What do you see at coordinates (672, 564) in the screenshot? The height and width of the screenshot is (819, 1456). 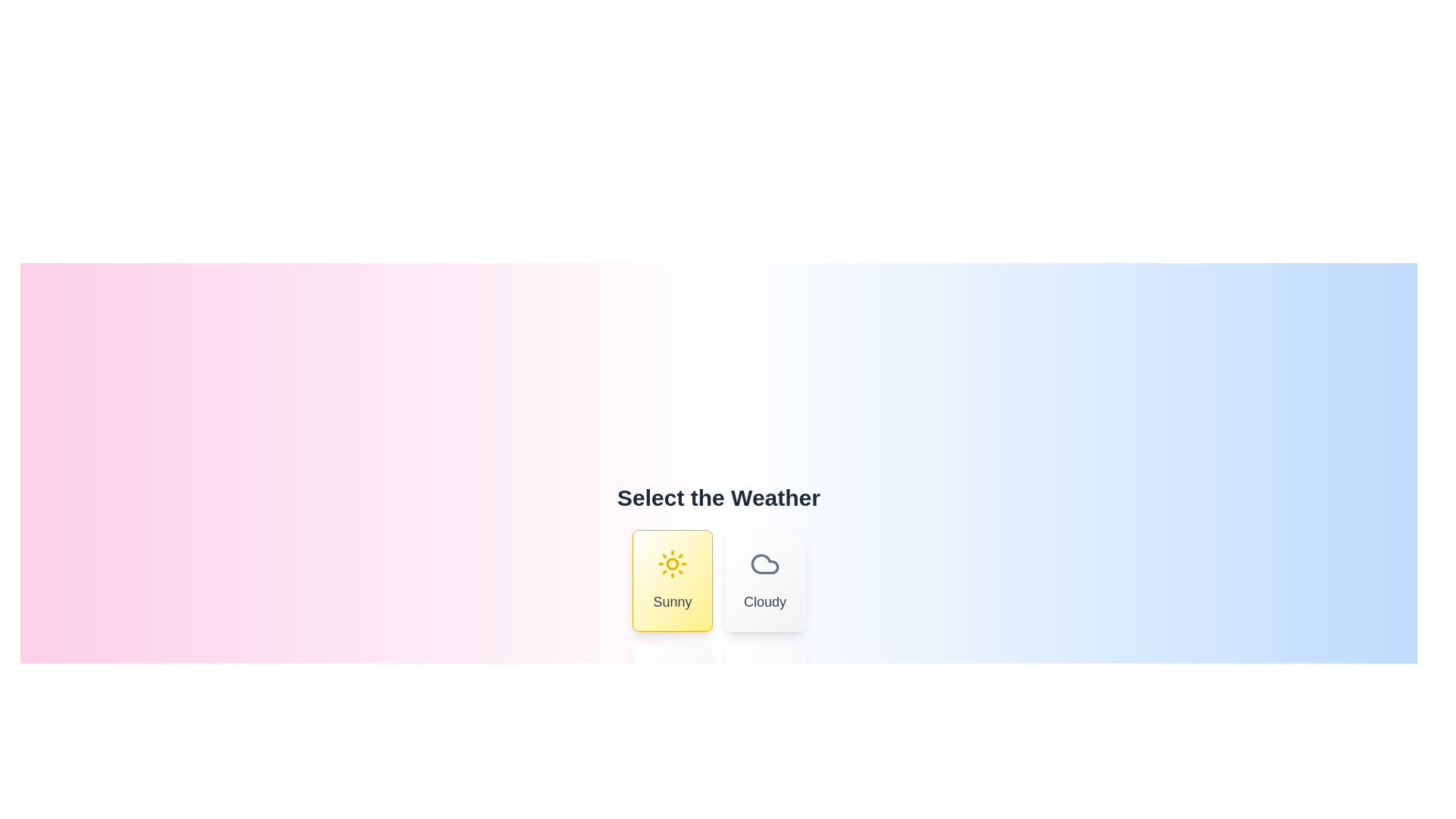 I see `the yellow circular bullseye element within the 'Sunny' weather card, which is part of the weather selection menu` at bounding box center [672, 564].